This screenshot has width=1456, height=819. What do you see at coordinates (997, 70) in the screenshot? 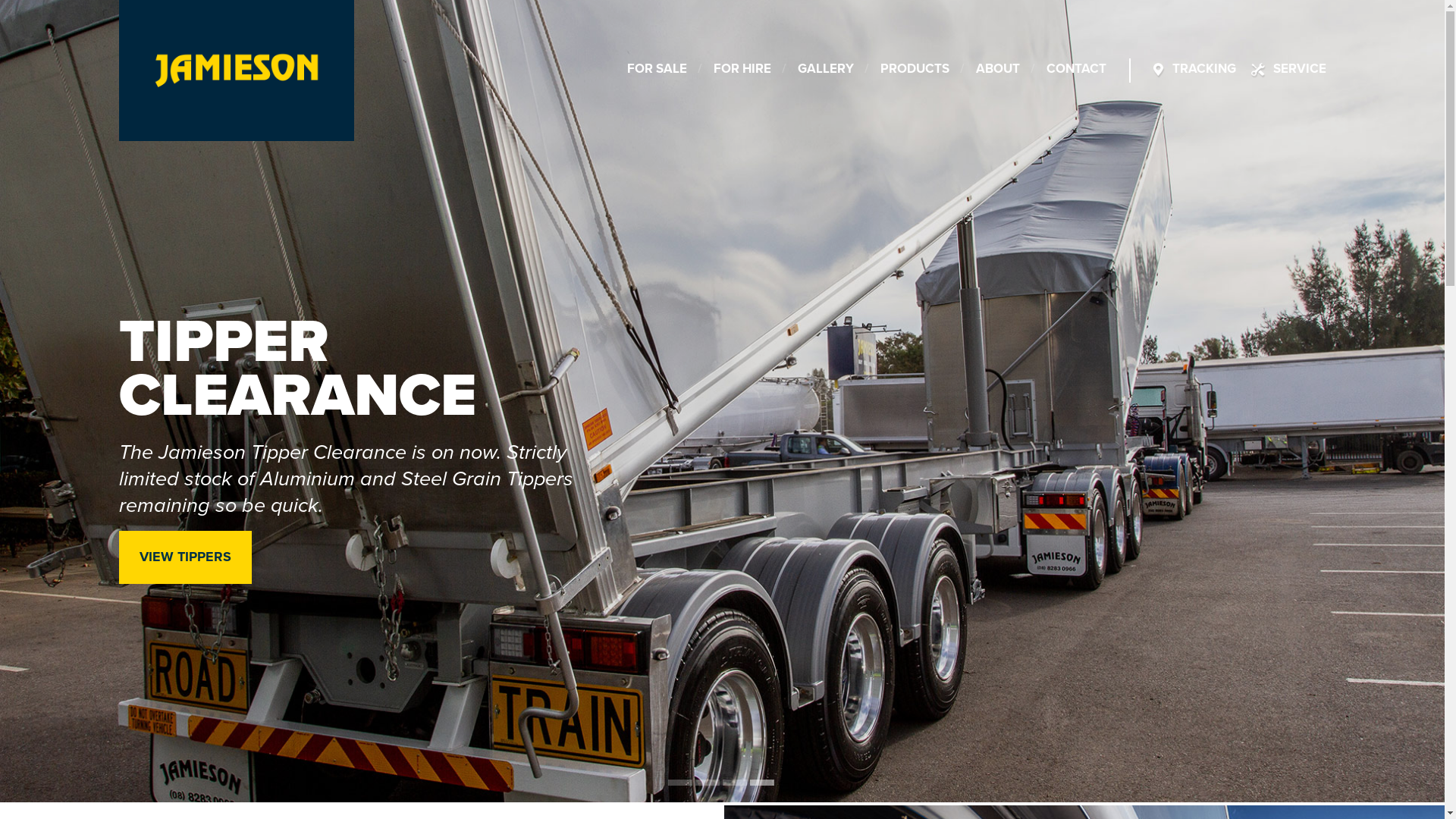
I see `'ABOUT'` at bounding box center [997, 70].